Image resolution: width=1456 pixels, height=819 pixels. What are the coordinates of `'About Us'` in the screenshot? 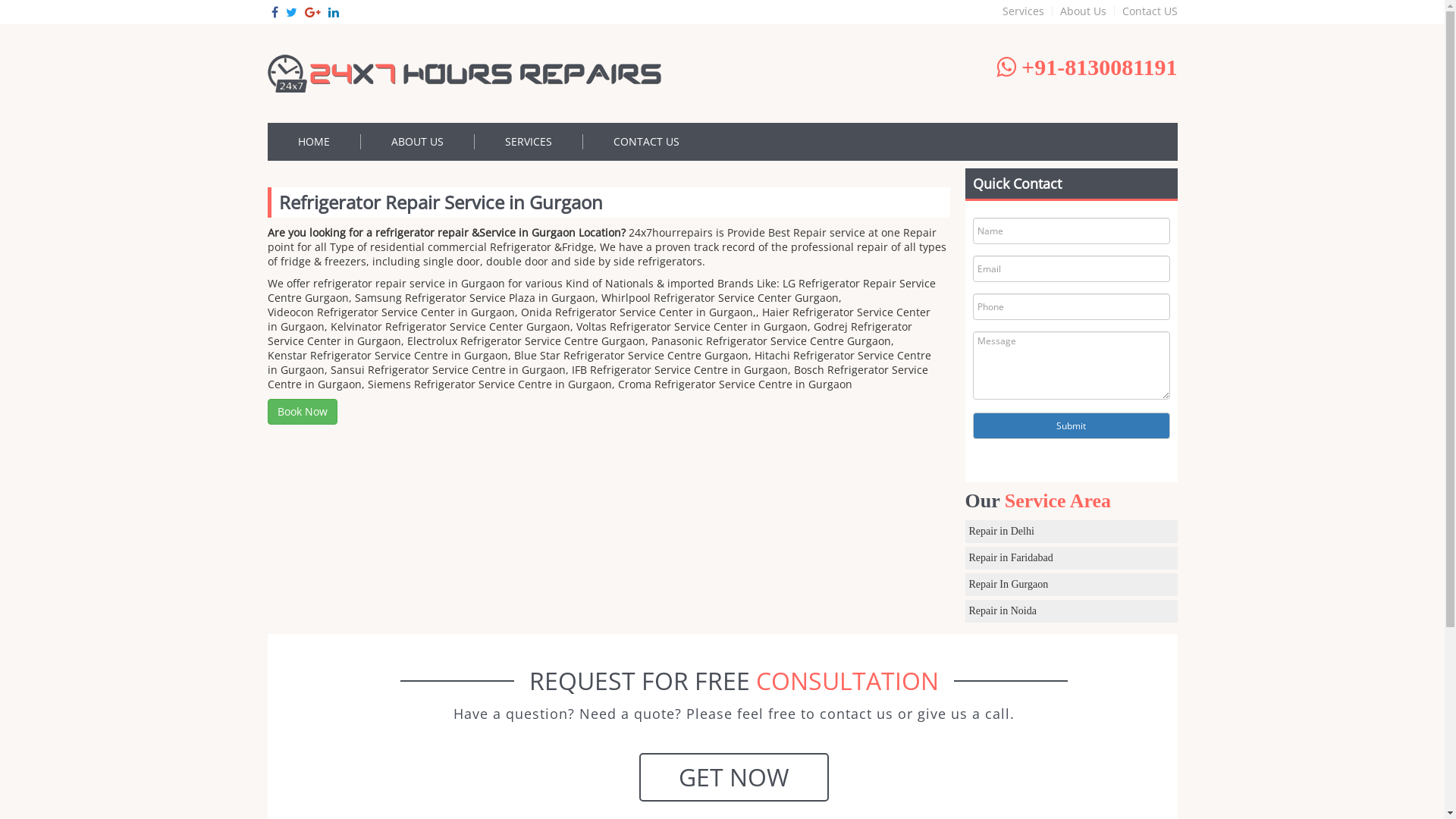 It's located at (1083, 11).